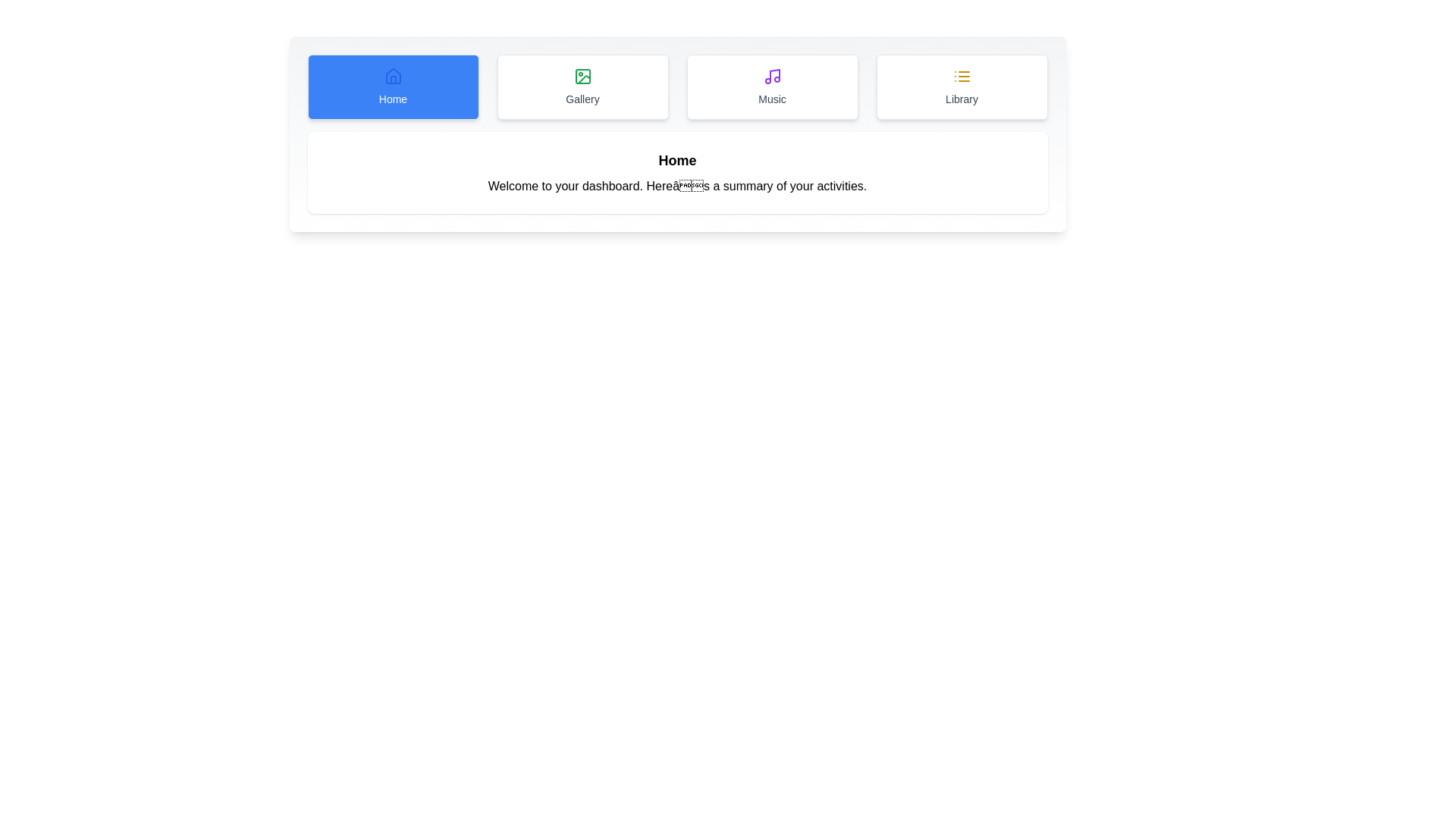 The height and width of the screenshot is (819, 1456). I want to click on the Library tab to switch to it, so click(961, 87).